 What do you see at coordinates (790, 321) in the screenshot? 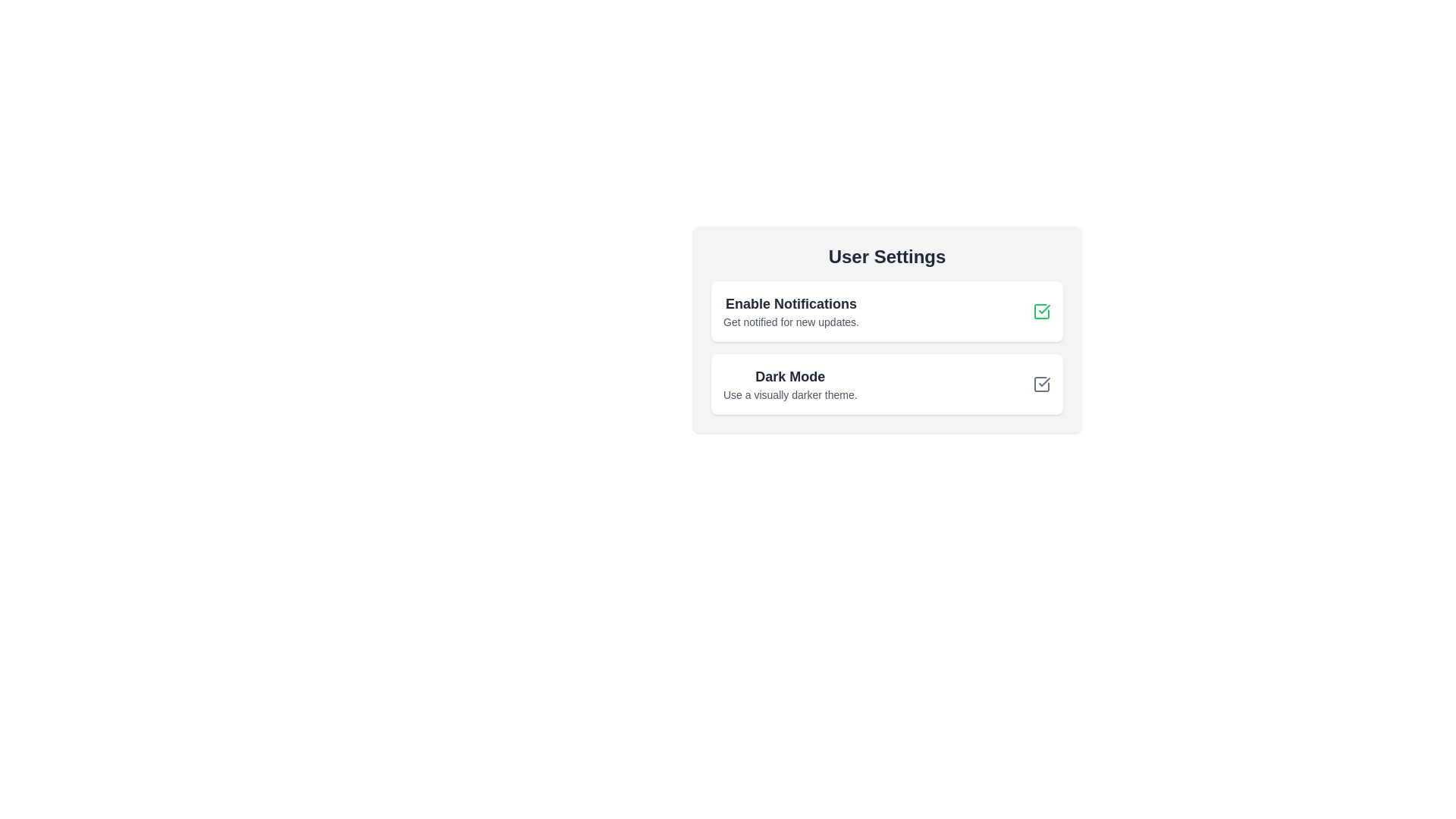
I see `the descriptive text for the 'Enable Notifications' setting` at bounding box center [790, 321].